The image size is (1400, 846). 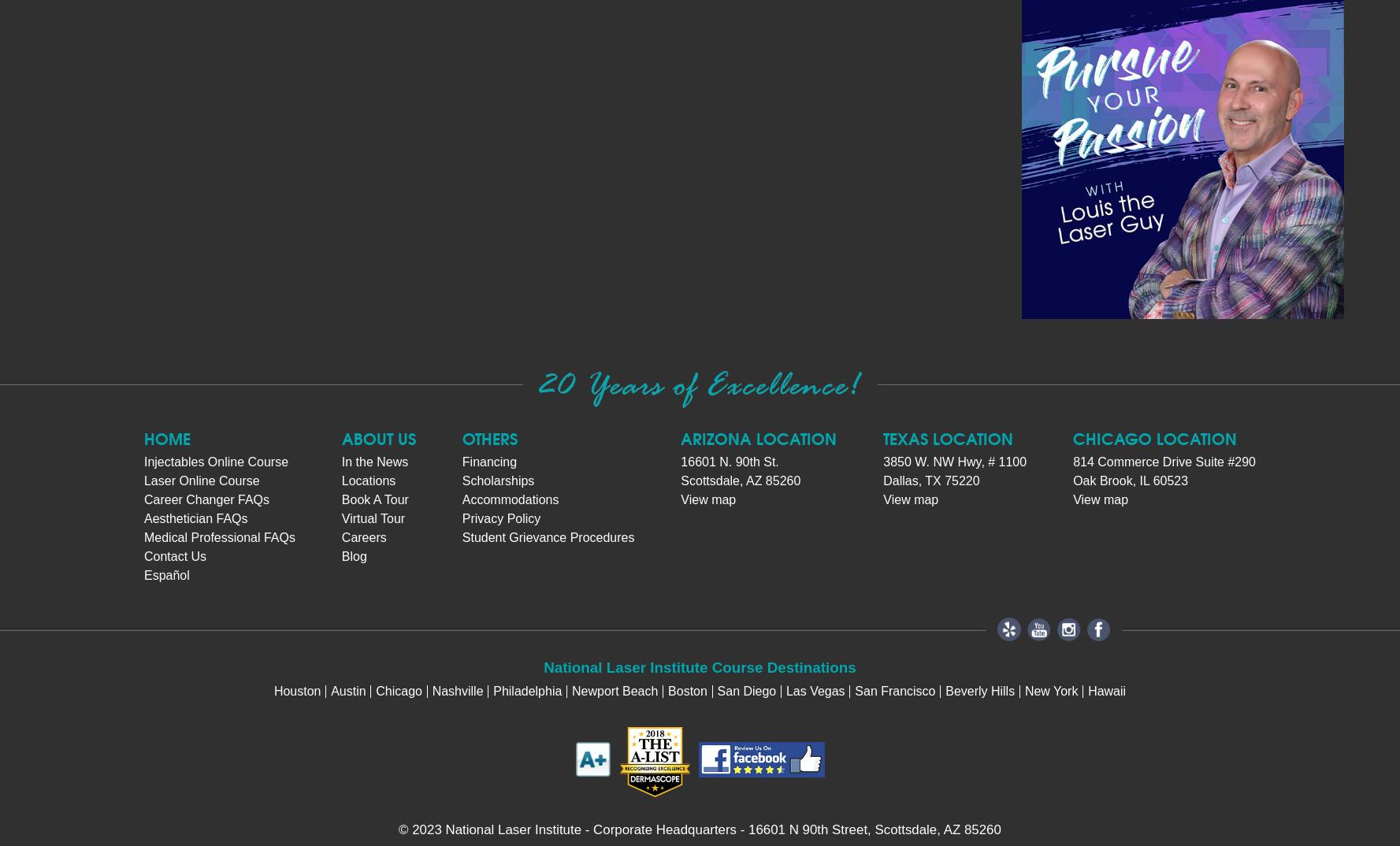 What do you see at coordinates (679, 480) in the screenshot?
I see `'Scottsdale, AZ 85260'` at bounding box center [679, 480].